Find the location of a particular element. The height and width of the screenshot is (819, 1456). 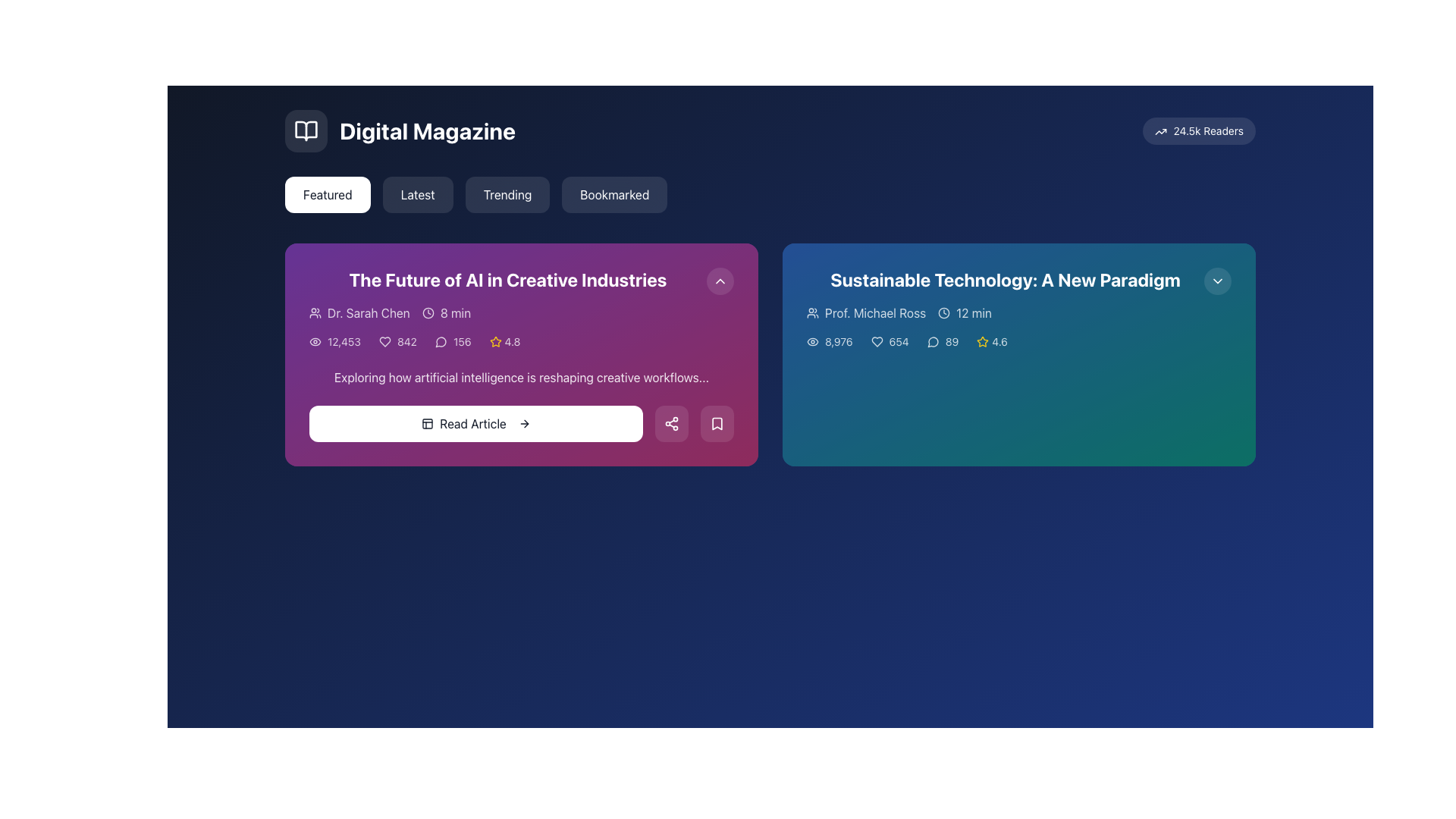

the bookmark-shaped icon styled in white on a purple background located at the bottom-right corner of the article card titled 'The Future of AI in Creative Industries' is located at coordinates (716, 424).